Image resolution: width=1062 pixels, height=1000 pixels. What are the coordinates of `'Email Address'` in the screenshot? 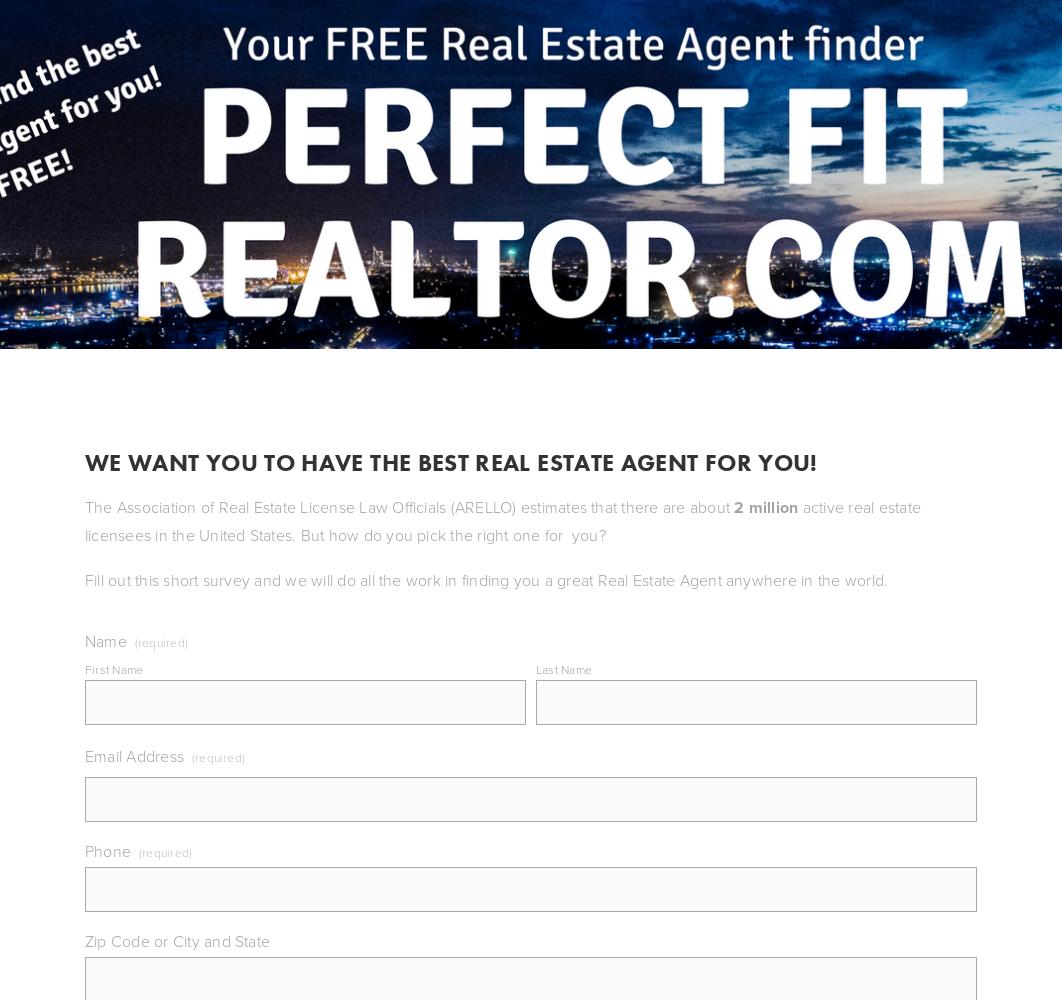 It's located at (134, 755).